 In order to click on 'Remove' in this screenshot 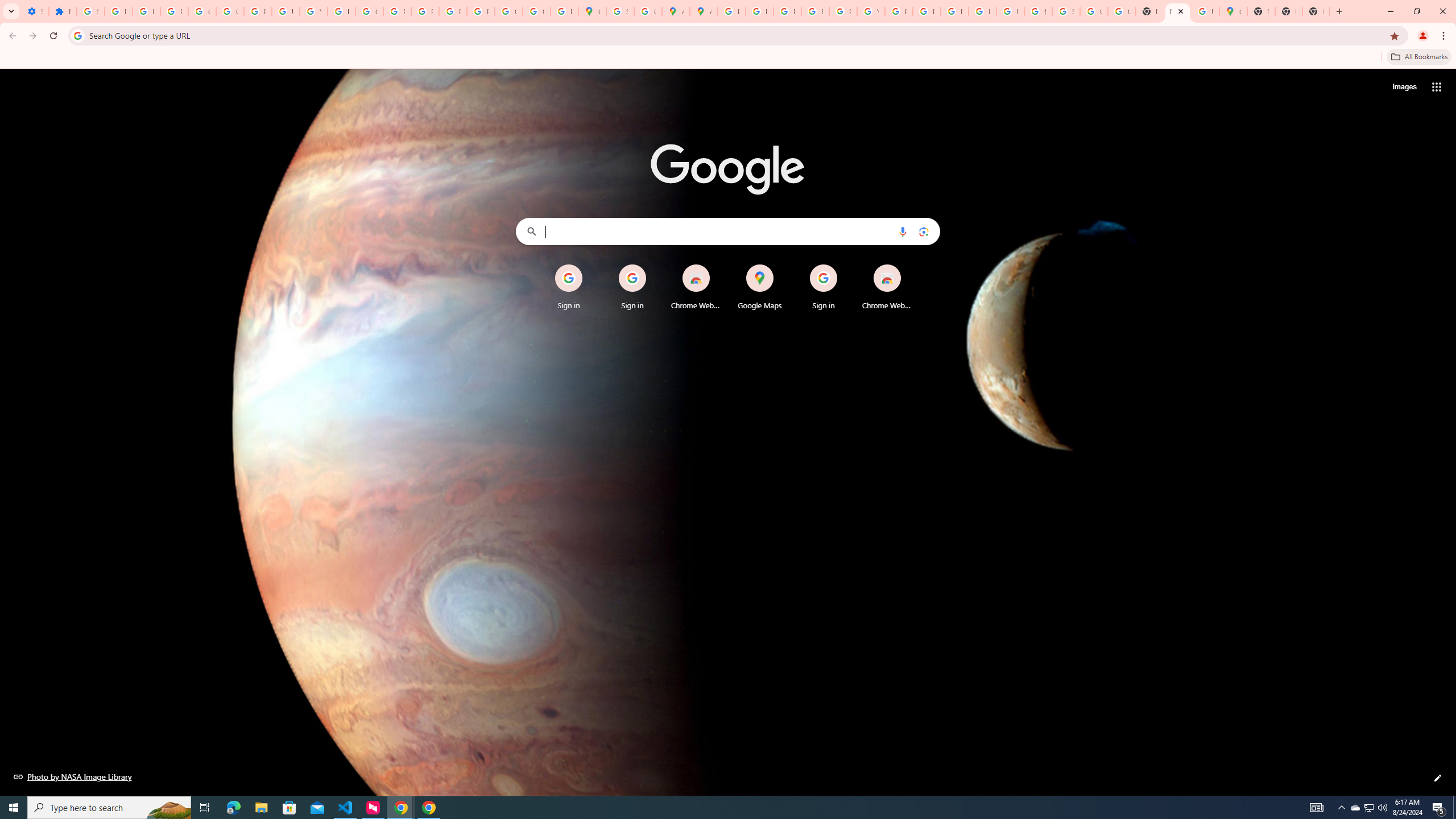, I will do `click(909, 266)`.